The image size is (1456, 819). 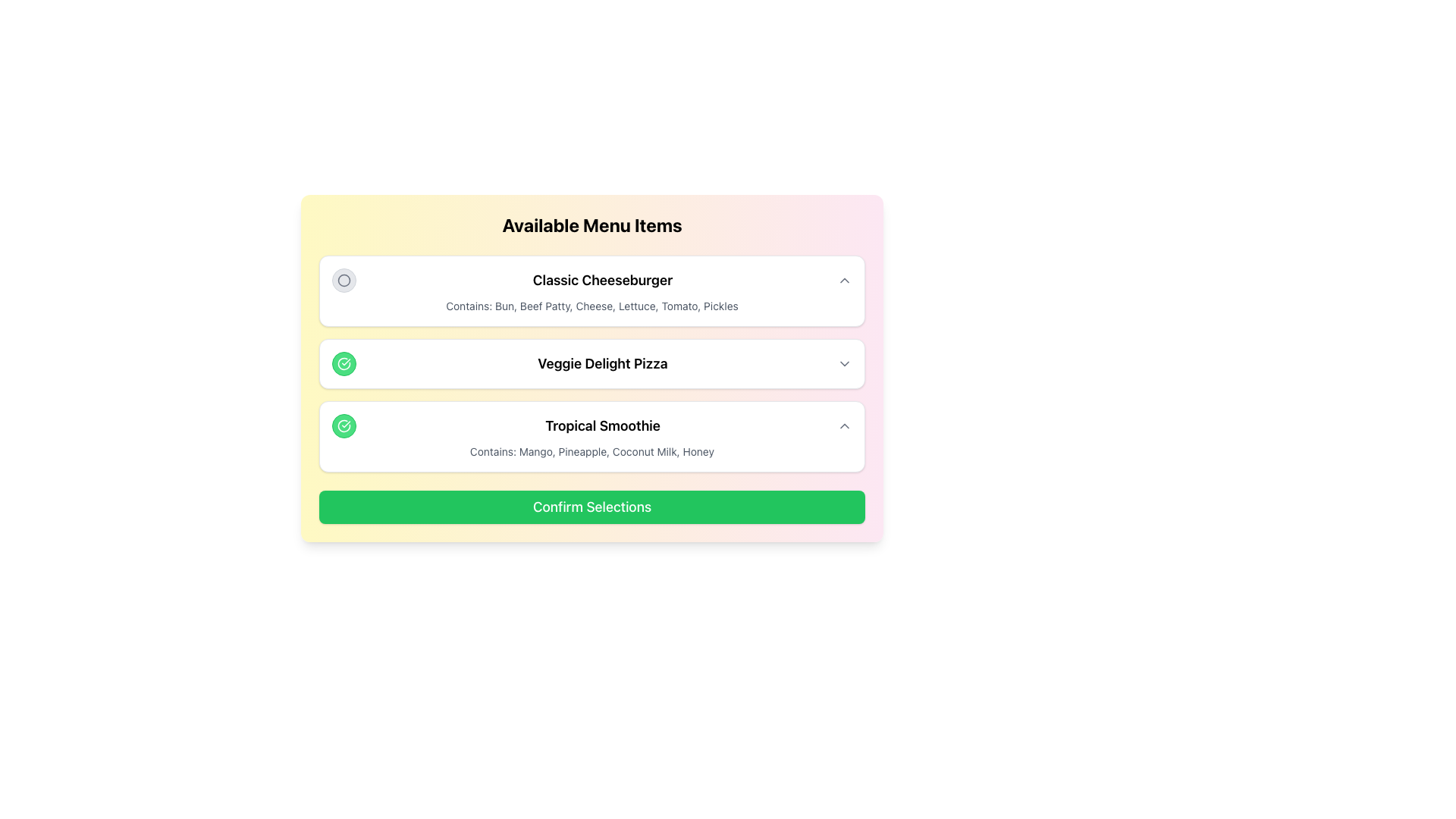 I want to click on the button with an upward-pointing triangle icon that is positioned to the far right of the 'Classic Cheeseburger' text, so click(x=843, y=281).